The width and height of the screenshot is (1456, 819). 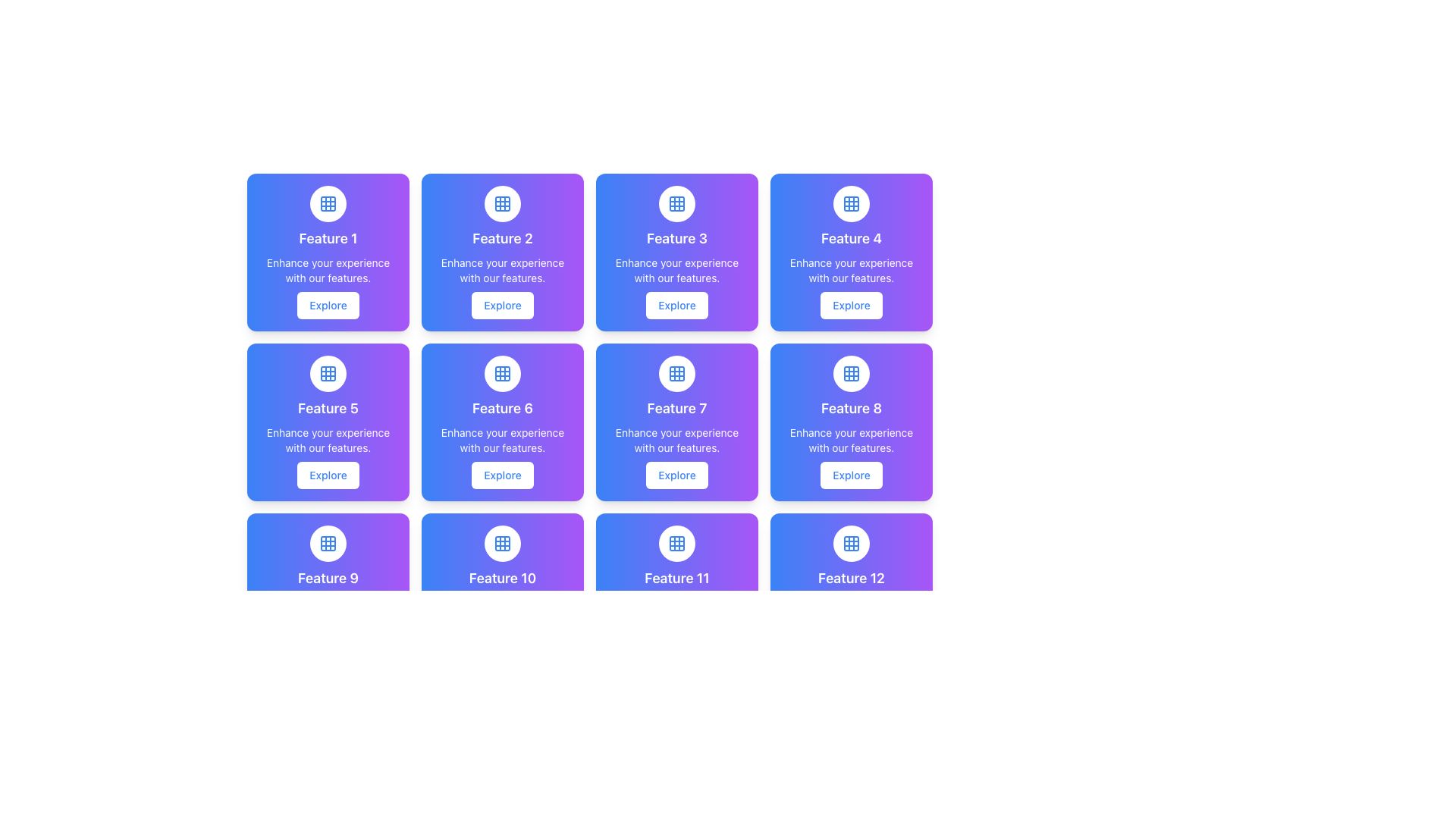 I want to click on the static text label that serves as a title within the fourth card in the first row of a grid layout, positioned beneath a grid icon and above a smaller text description and button labeled 'Explore', so click(x=852, y=239).